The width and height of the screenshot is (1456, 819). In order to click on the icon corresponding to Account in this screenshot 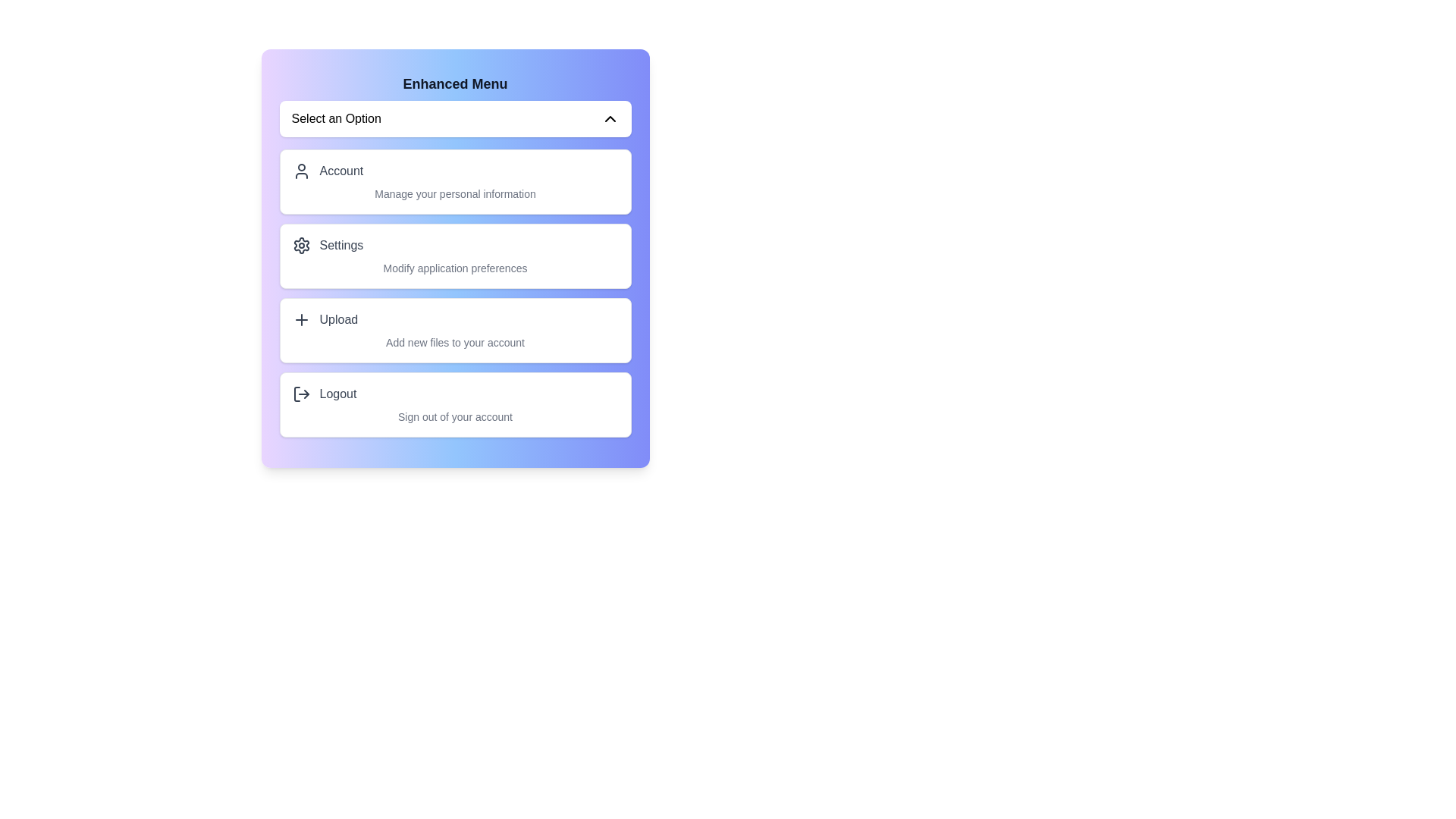, I will do `click(301, 171)`.